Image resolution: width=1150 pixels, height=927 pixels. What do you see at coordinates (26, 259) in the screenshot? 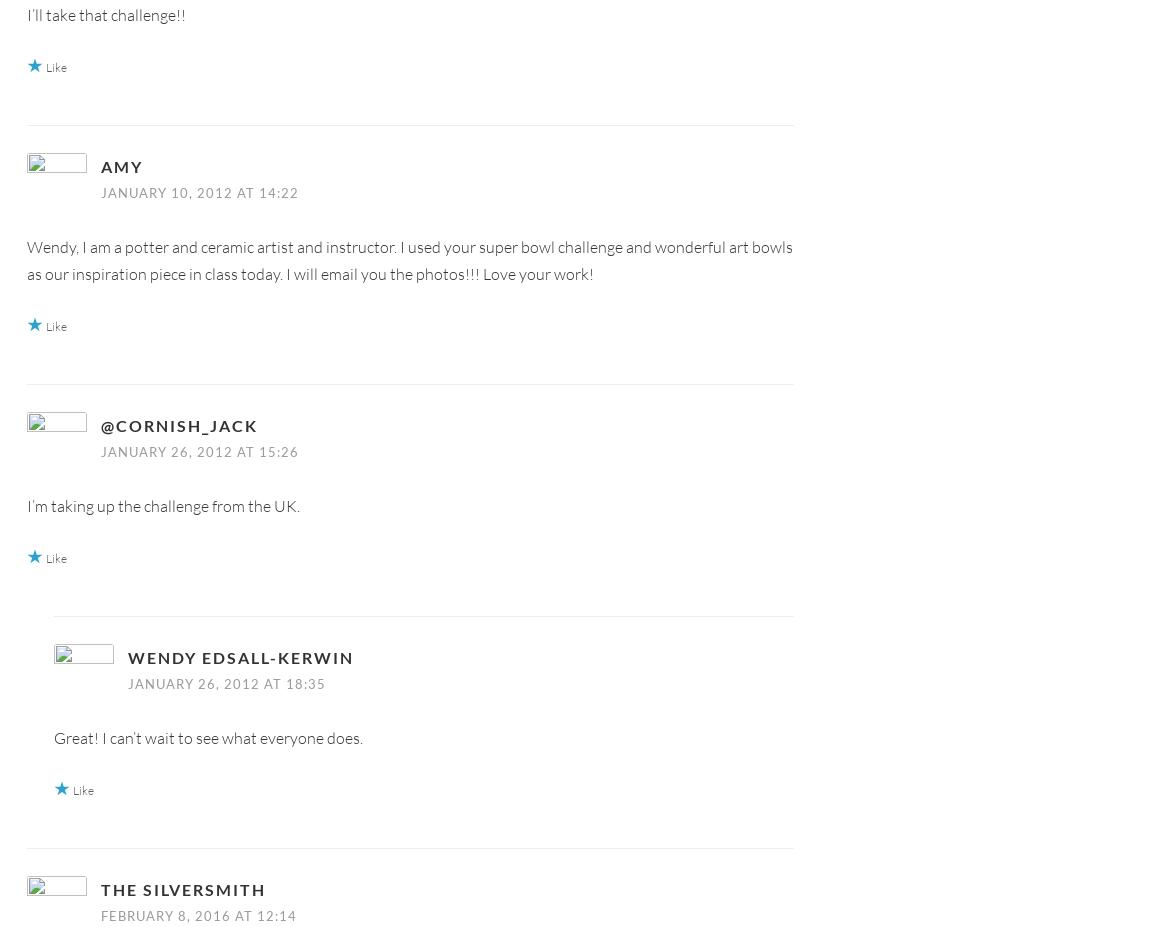
I see `'Wendy, I am a potter and ceramic artist and instructor. I used your super bowl challenge and wonderful art bowls as our inspiration piece in class today. I will email you the photos!!! Love your work!'` at bounding box center [26, 259].